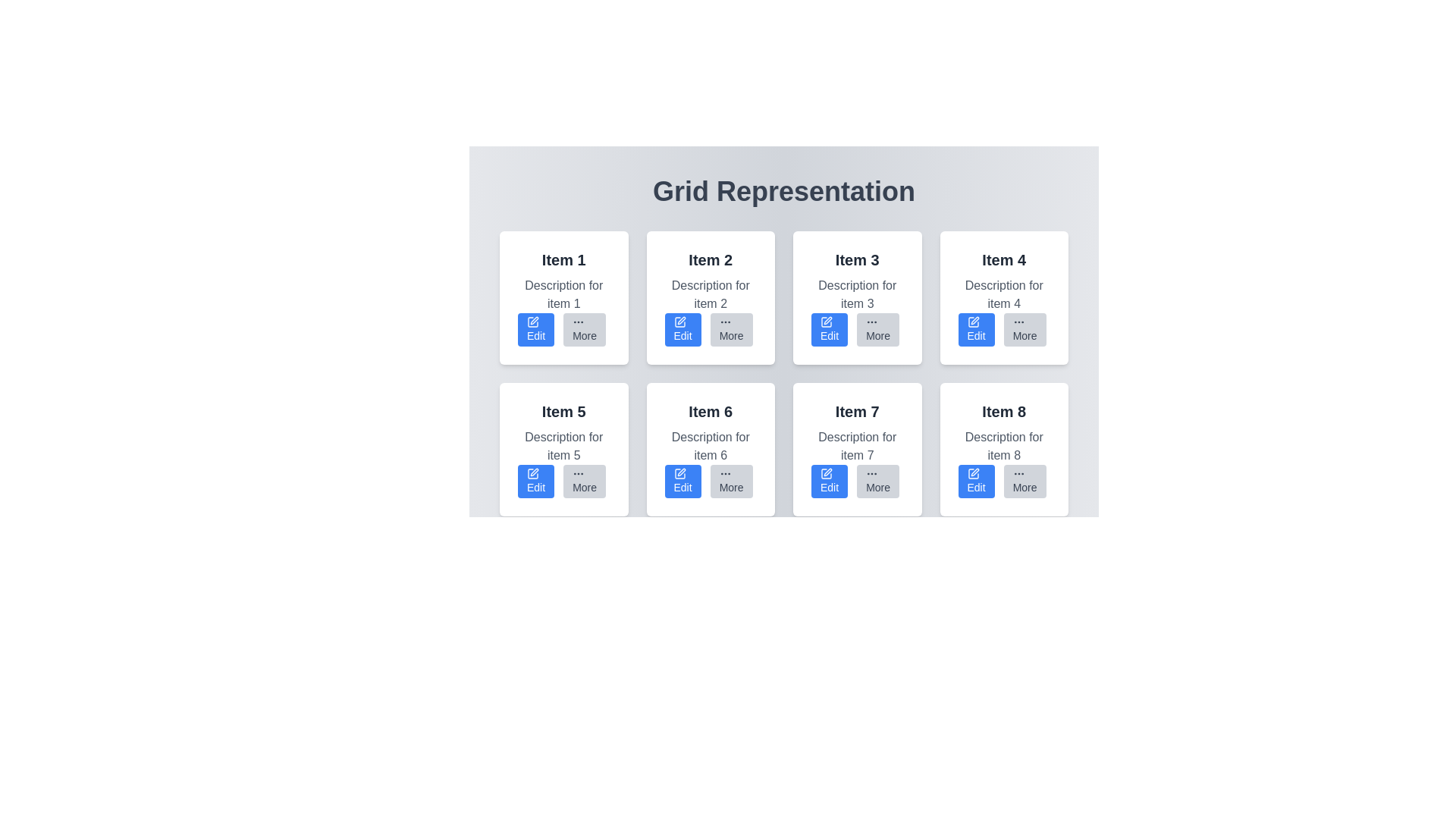 The image size is (1456, 819). What do you see at coordinates (878, 329) in the screenshot?
I see `the keyboard navigation on the 'More' button` at bounding box center [878, 329].